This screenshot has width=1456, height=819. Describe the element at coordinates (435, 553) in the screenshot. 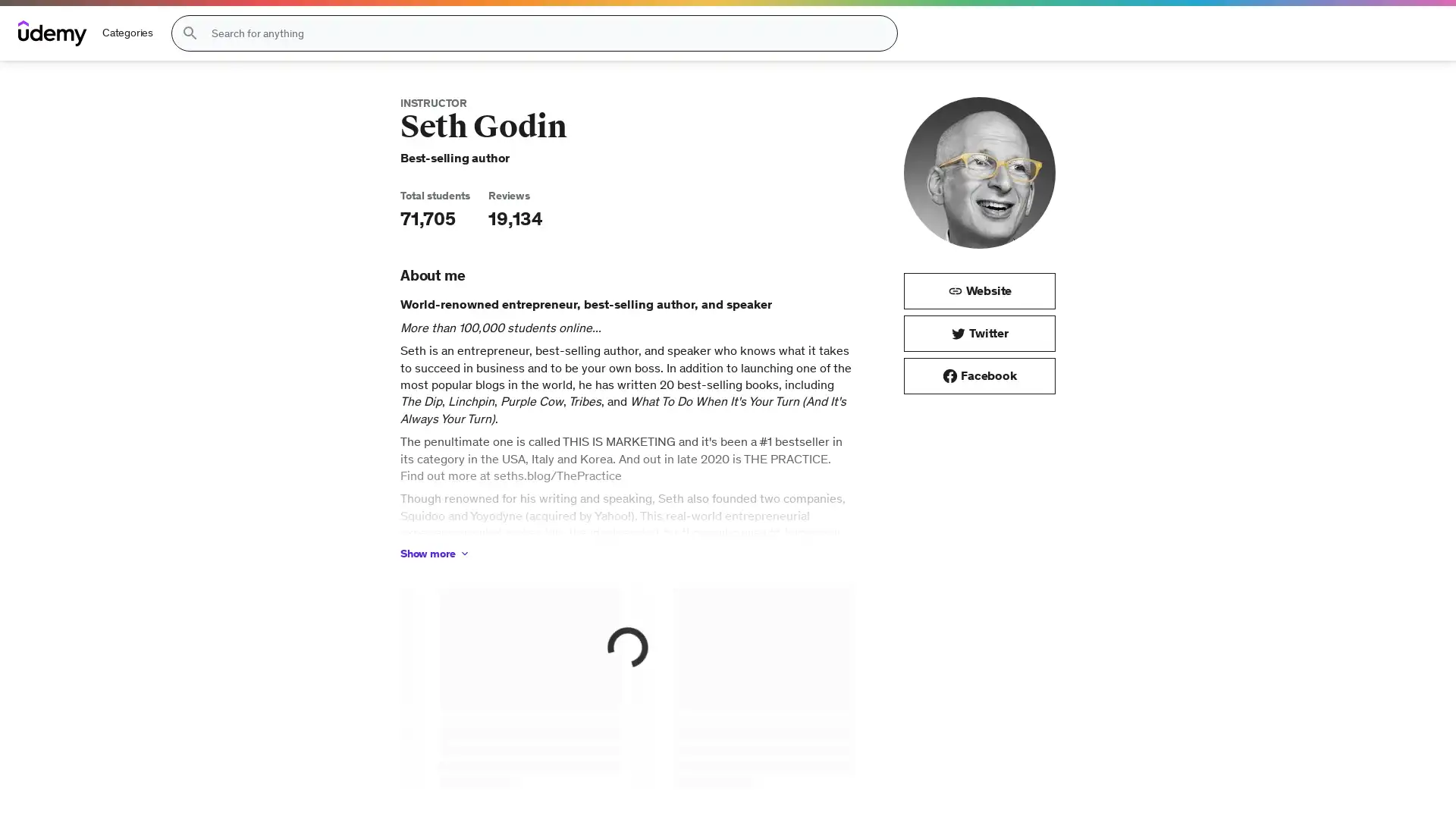

I see `Show more` at that location.